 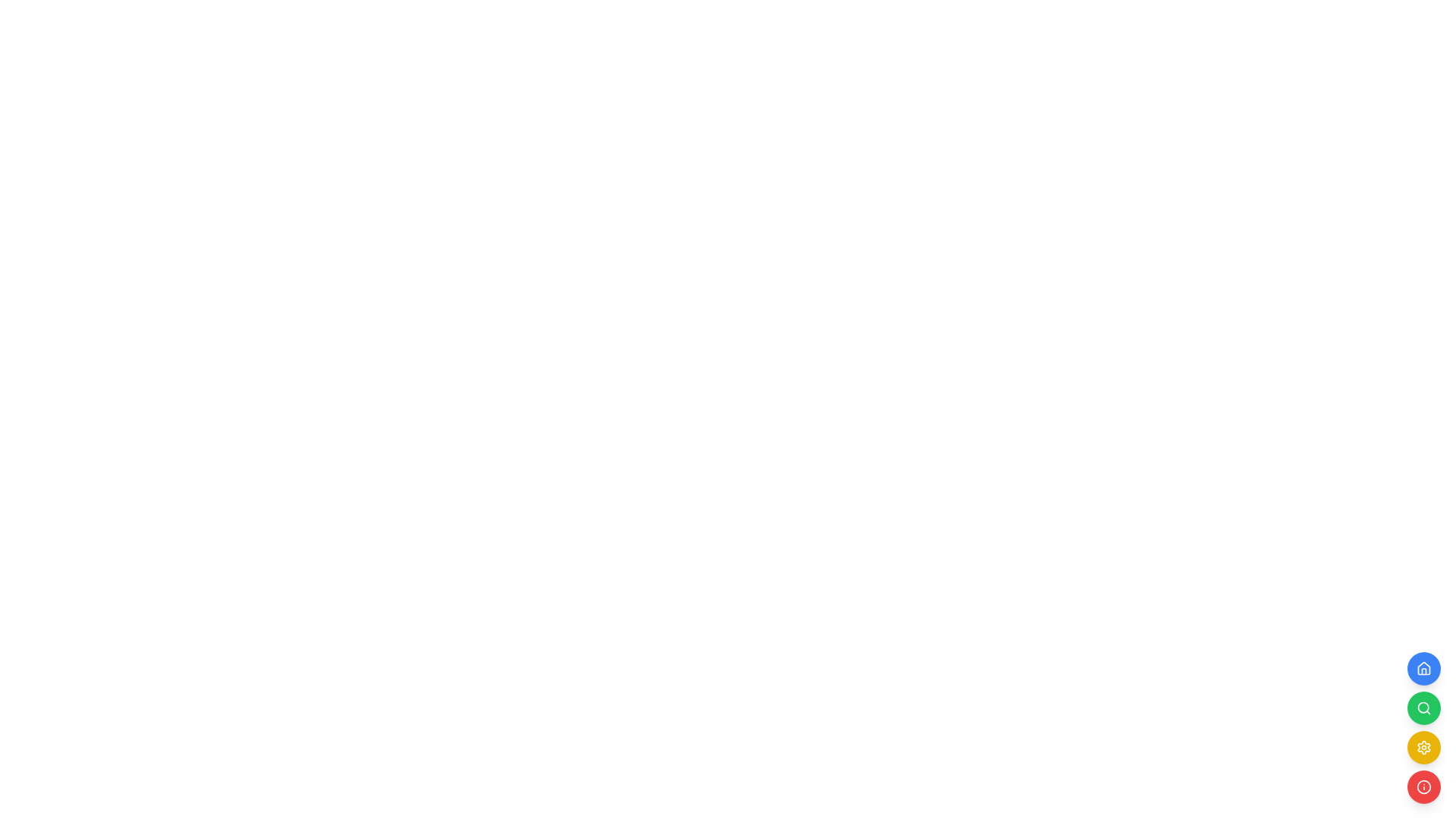 I want to click on the search button, so click(x=1423, y=708).